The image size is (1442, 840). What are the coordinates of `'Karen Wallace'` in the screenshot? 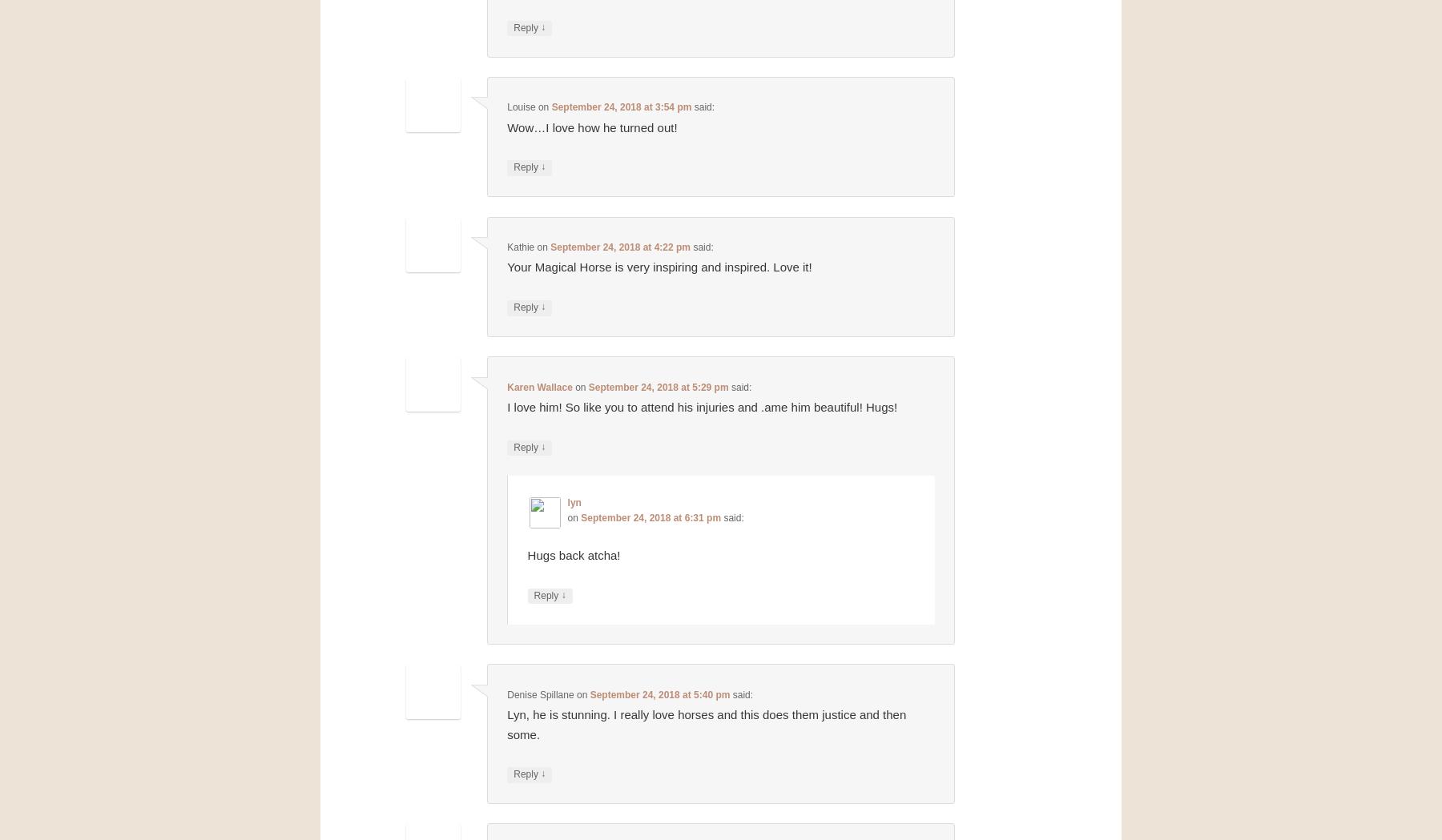 It's located at (539, 386).